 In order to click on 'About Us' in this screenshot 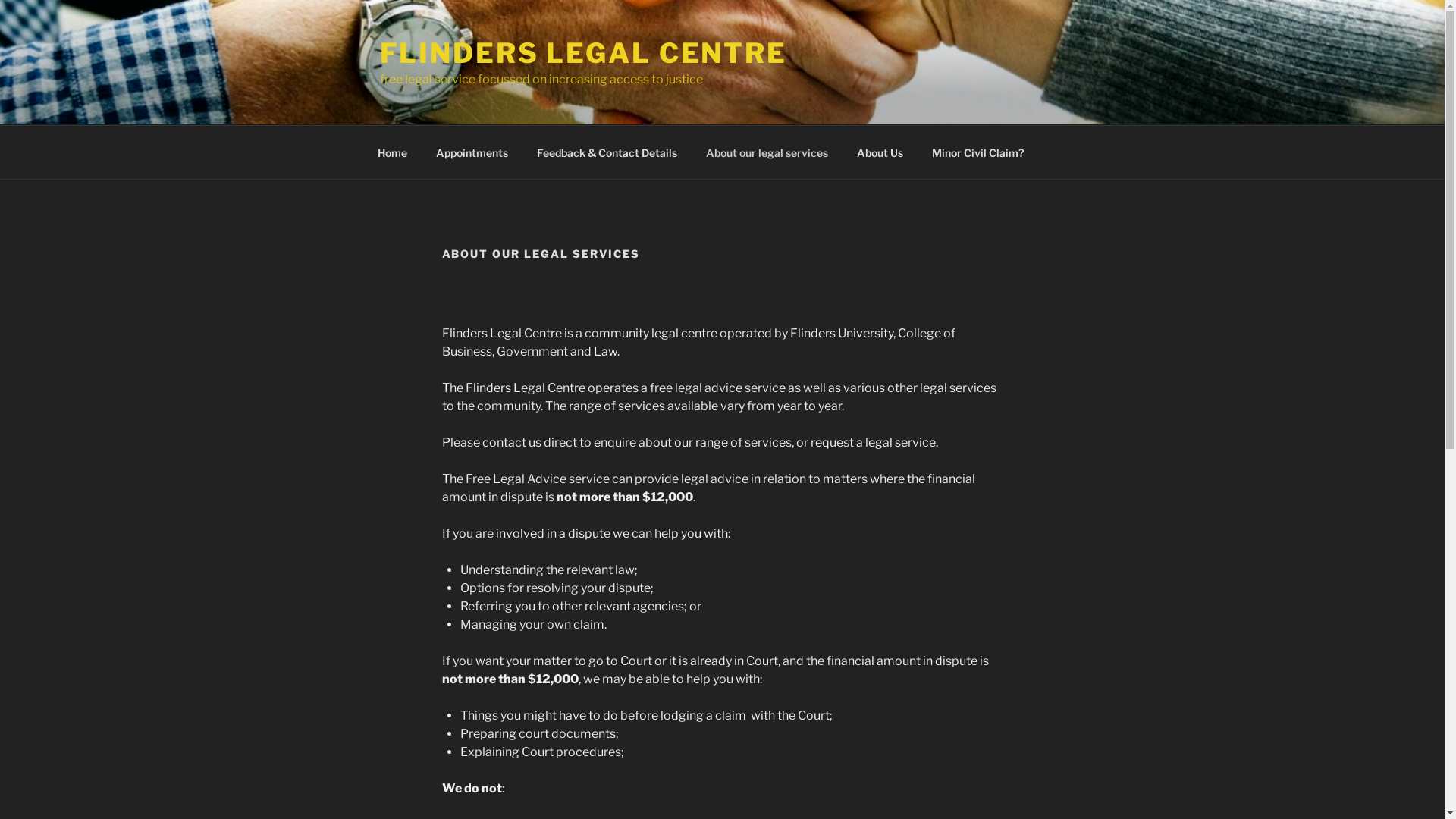, I will do `click(880, 152)`.